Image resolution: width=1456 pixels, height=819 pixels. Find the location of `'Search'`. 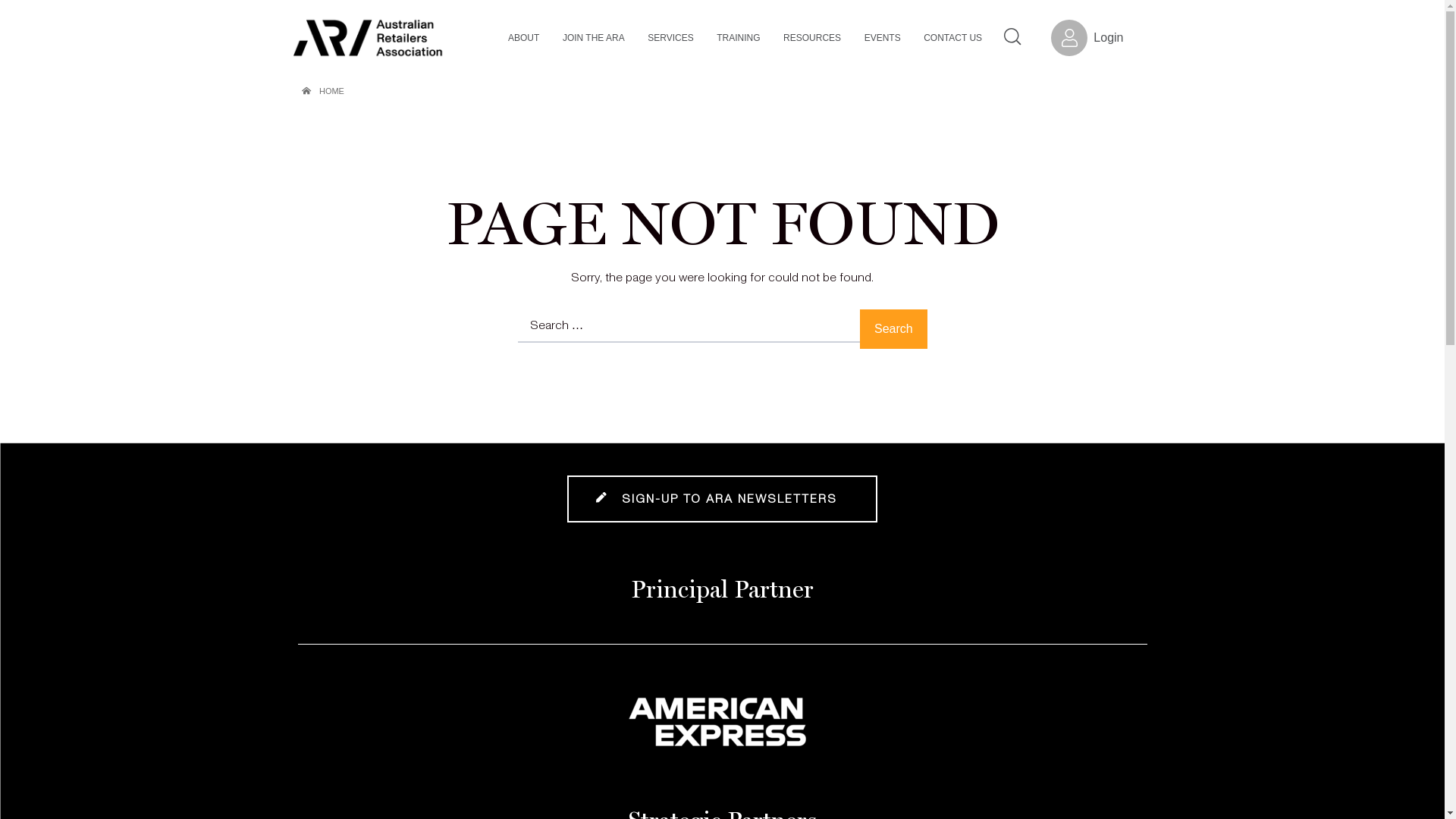

'Search' is located at coordinates (893, 328).